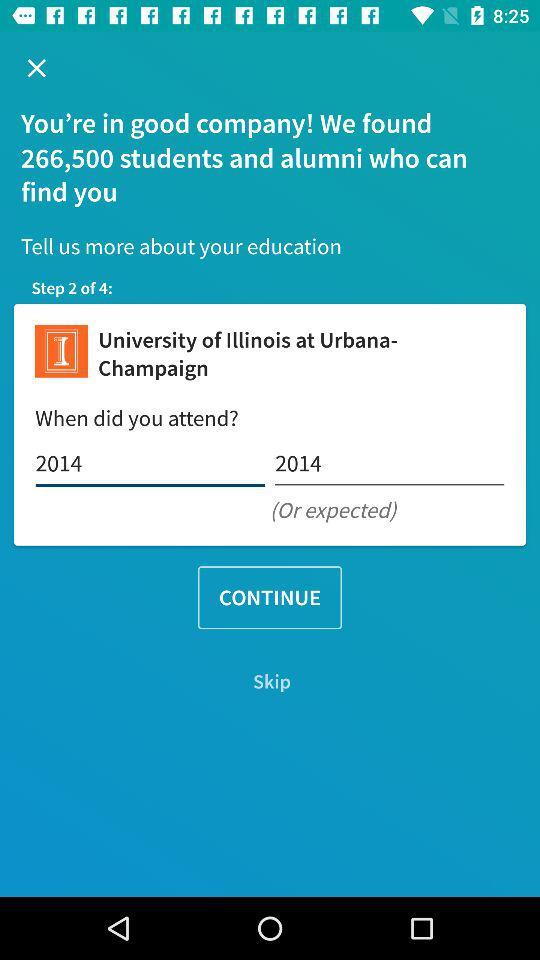 This screenshot has width=540, height=960. Describe the element at coordinates (270, 681) in the screenshot. I see `the item below the continue item` at that location.